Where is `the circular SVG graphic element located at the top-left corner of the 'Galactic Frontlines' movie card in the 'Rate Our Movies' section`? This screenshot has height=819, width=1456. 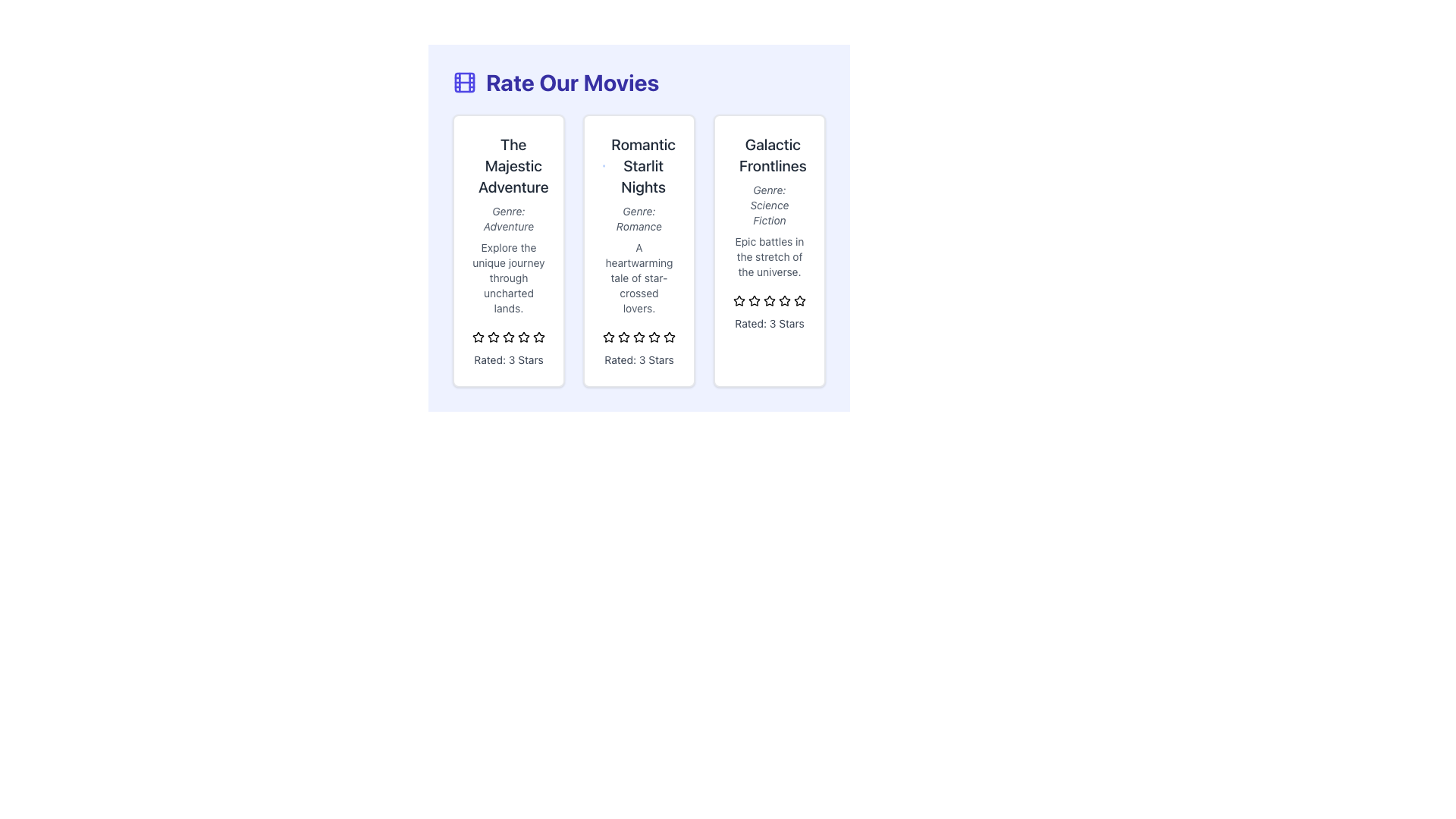 the circular SVG graphic element located at the top-left corner of the 'Galactic Frontlines' movie card in the 'Rate Our Movies' section is located at coordinates (742, 157).